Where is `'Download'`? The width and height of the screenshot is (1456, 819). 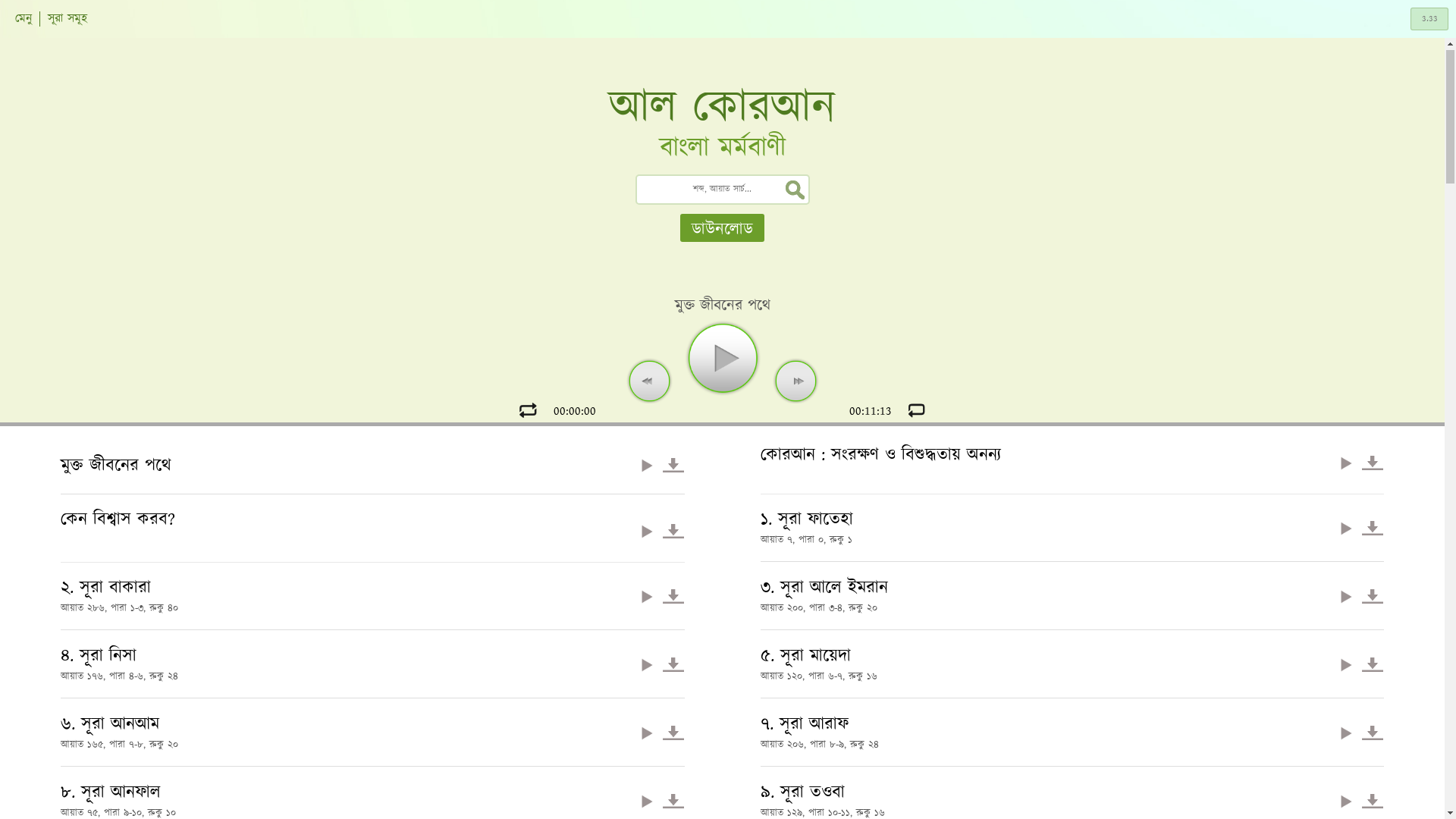
'Download' is located at coordinates (1361, 664).